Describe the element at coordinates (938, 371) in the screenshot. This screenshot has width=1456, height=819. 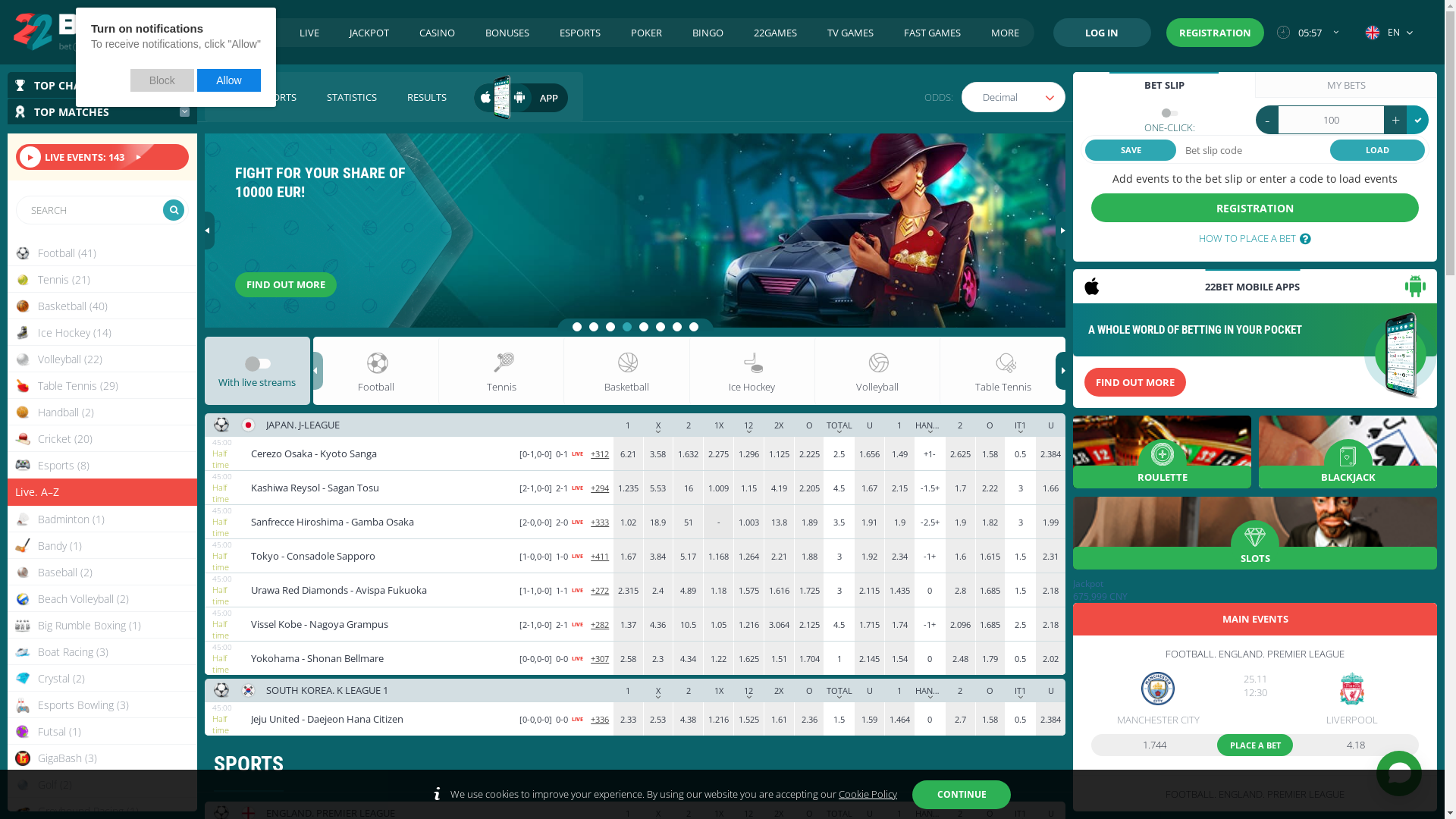
I see `'Table Tennis'` at that location.